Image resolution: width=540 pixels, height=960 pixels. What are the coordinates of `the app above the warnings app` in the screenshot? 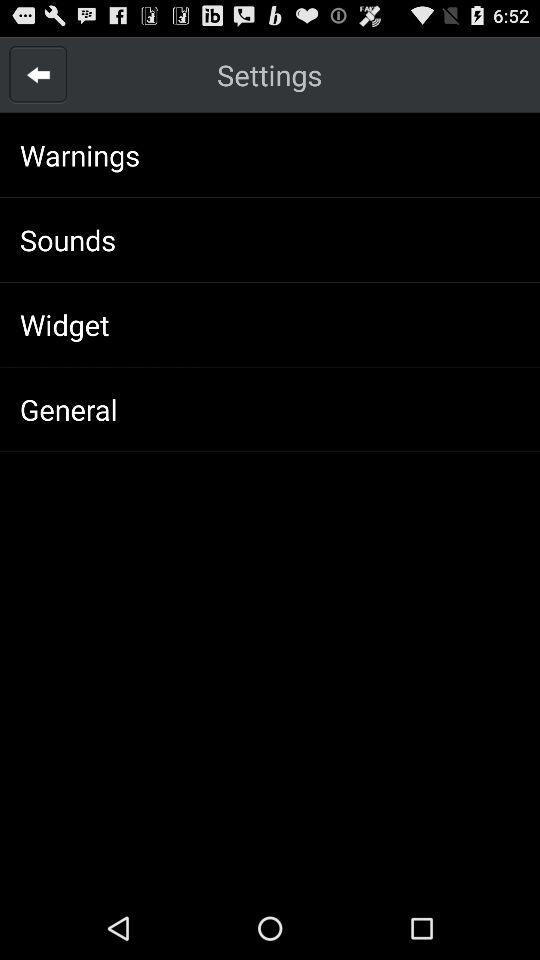 It's located at (38, 74).